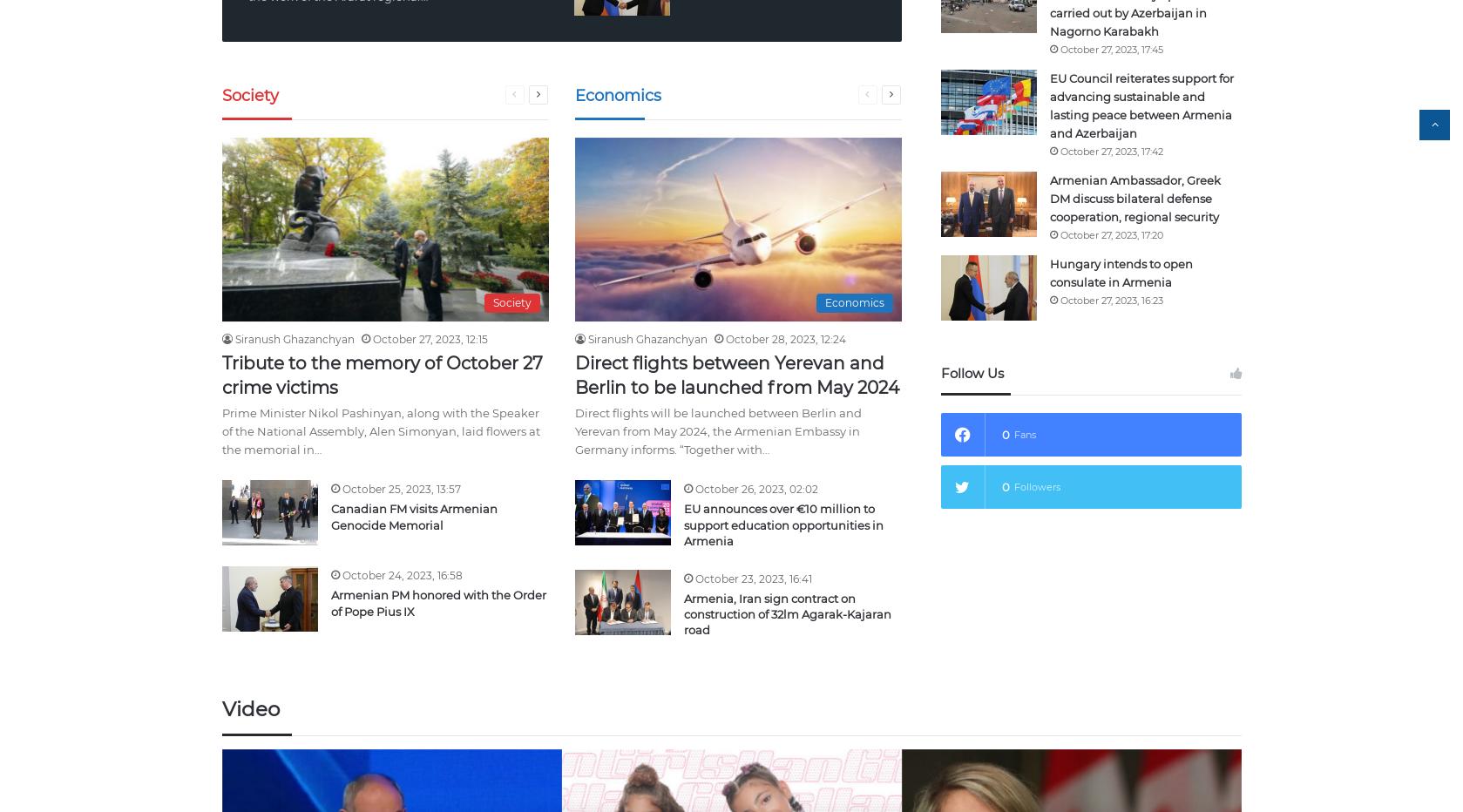  What do you see at coordinates (249, 707) in the screenshot?
I see `'Video'` at bounding box center [249, 707].